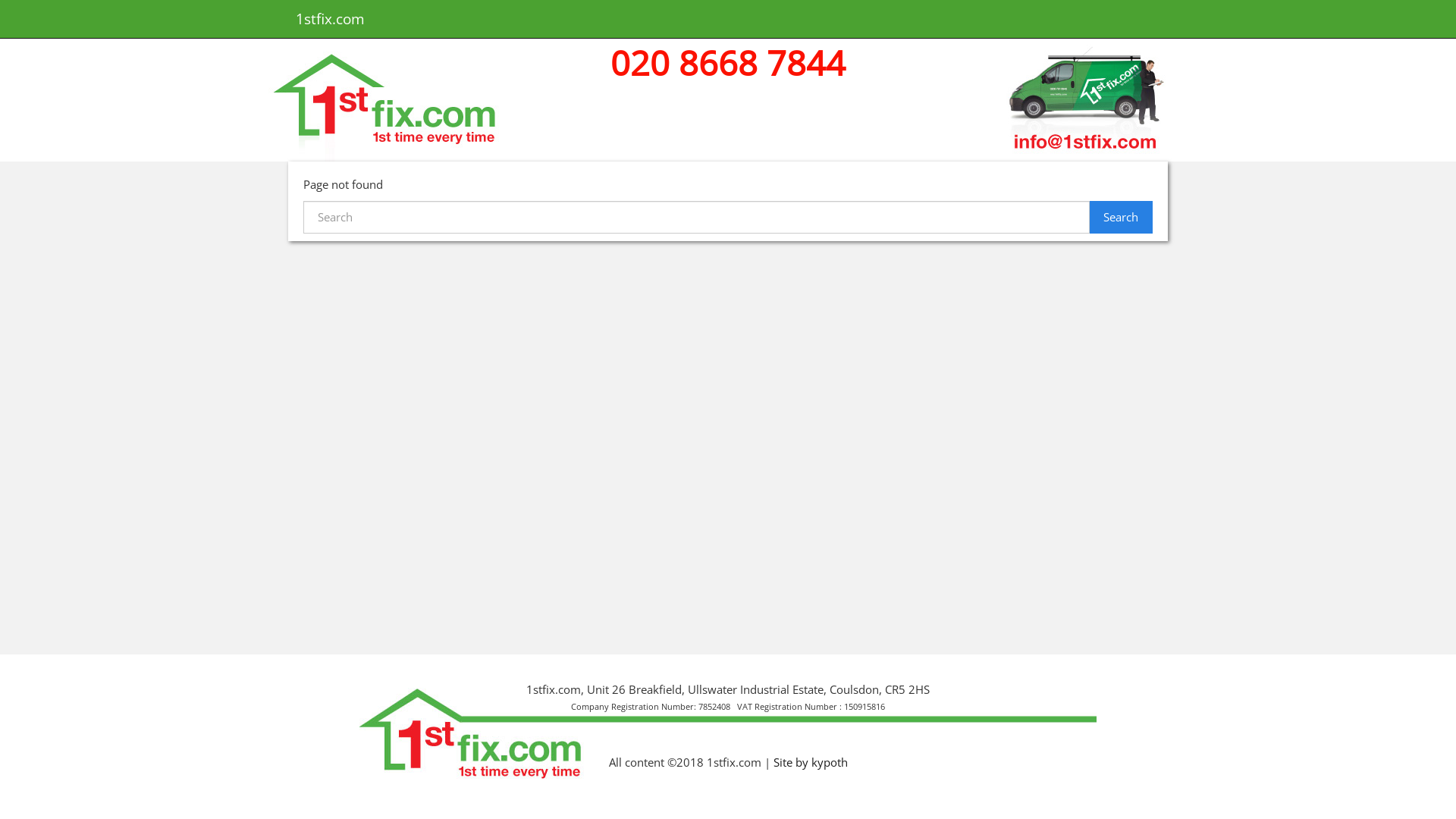 Image resolution: width=1456 pixels, height=819 pixels. I want to click on '1stfix.com', so click(284, 18).